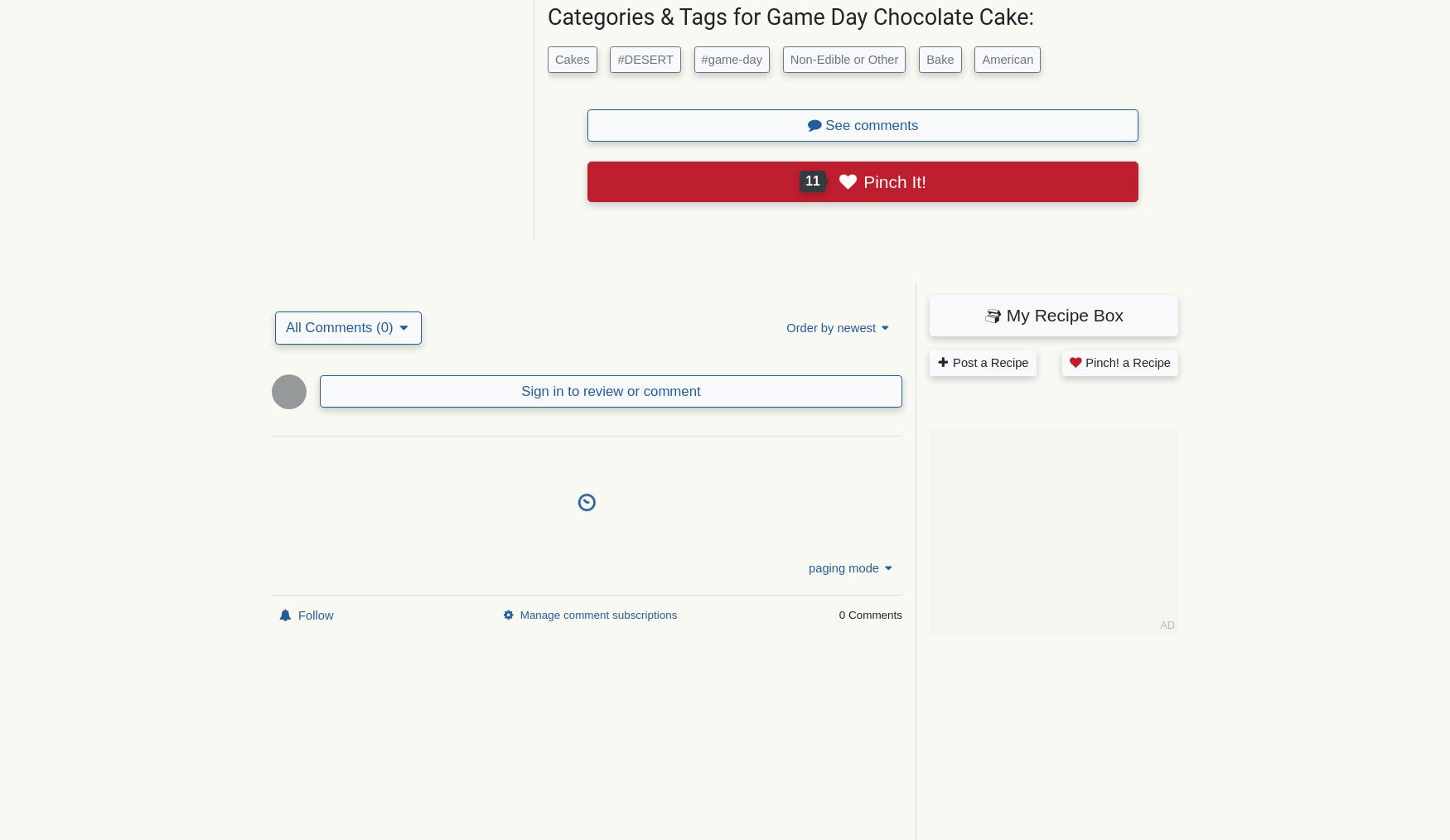 The width and height of the screenshot is (1450, 840). Describe the element at coordinates (610, 391) in the screenshot. I see `'Sign in to review or comment'` at that location.